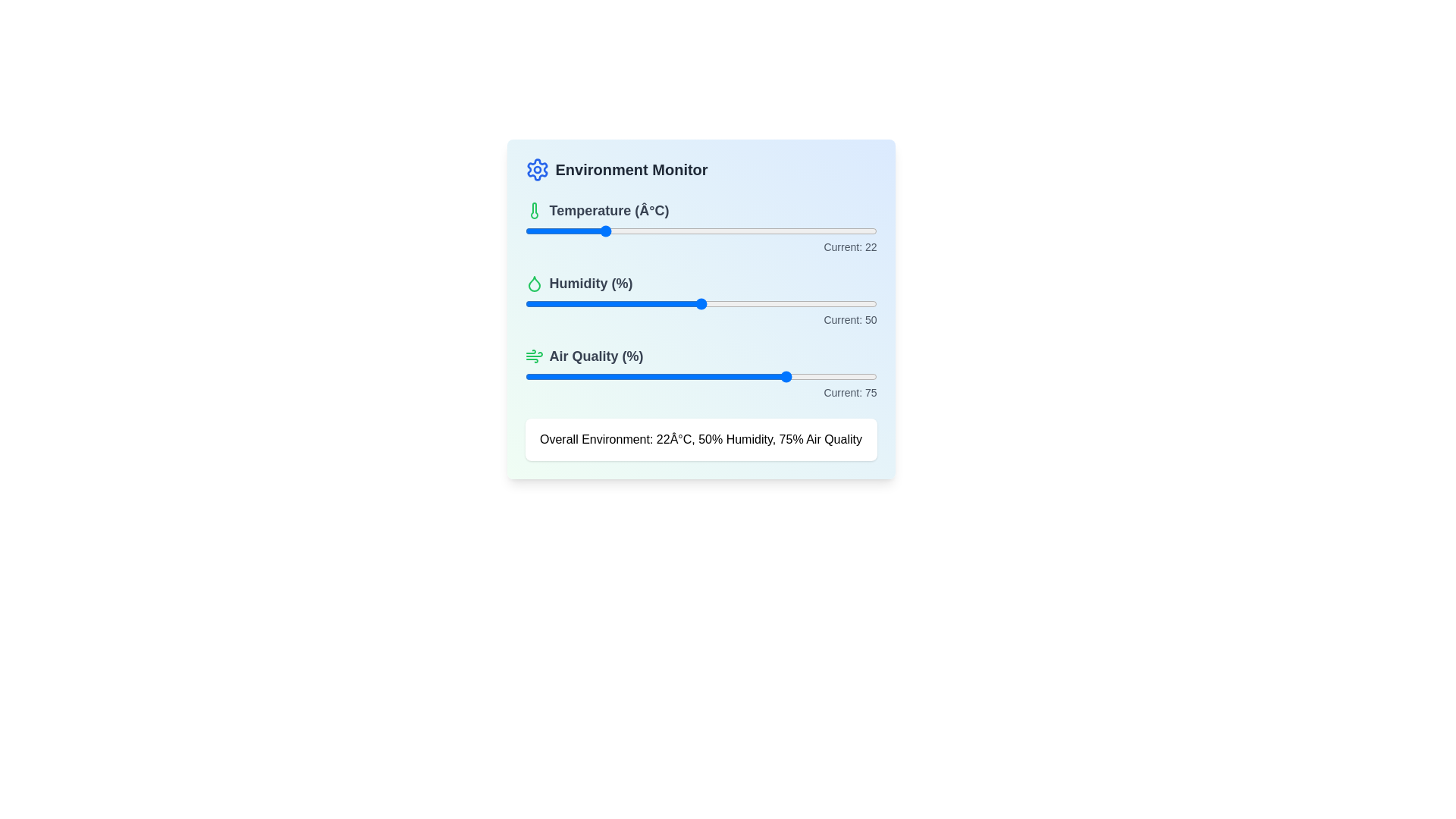 The width and height of the screenshot is (1456, 819). What do you see at coordinates (844, 231) in the screenshot?
I see `the temperature slider to set the temperature to 91 degrees Celsius` at bounding box center [844, 231].